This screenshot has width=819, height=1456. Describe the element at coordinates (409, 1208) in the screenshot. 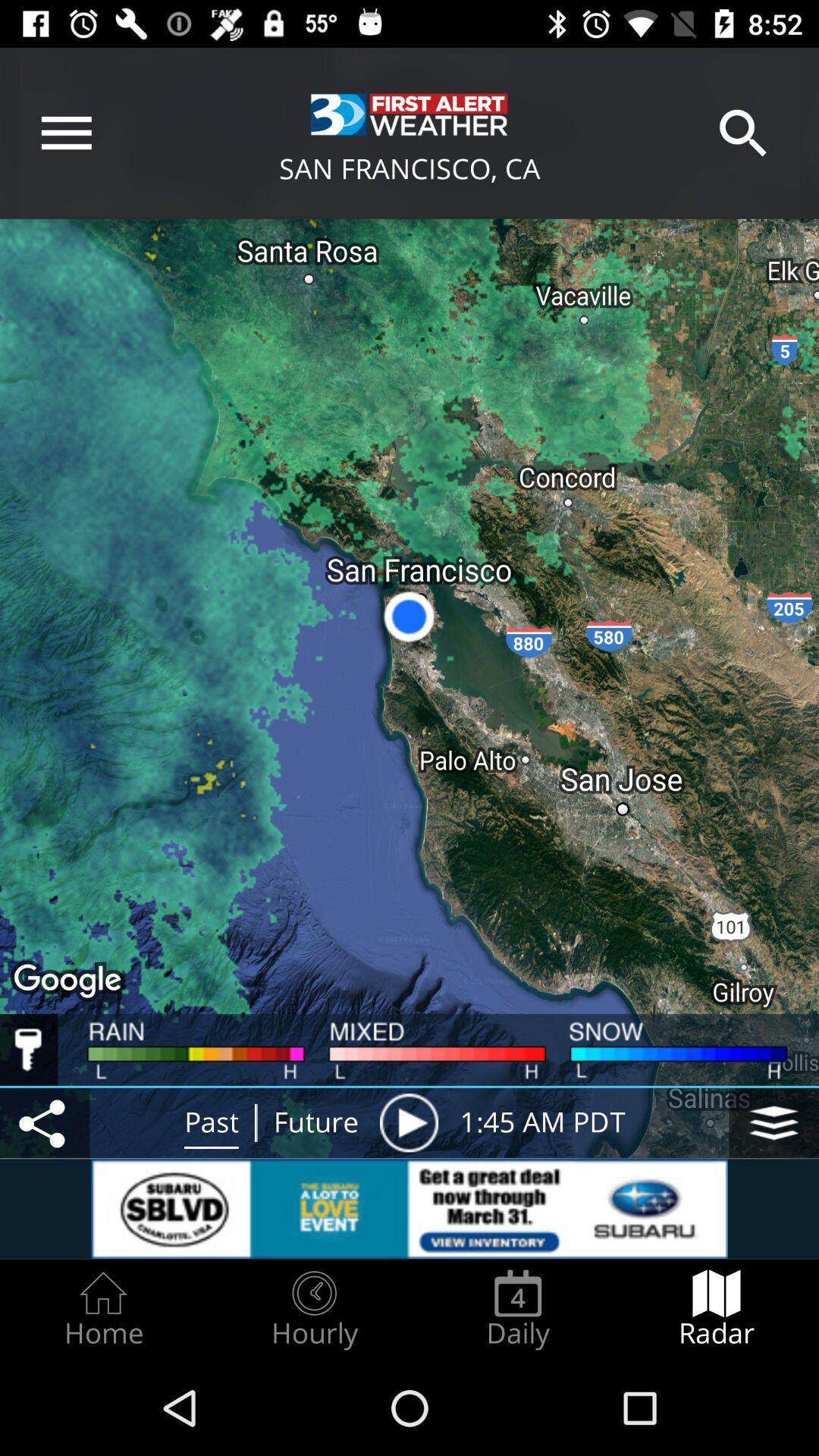

I see `open subaru advertisement` at that location.